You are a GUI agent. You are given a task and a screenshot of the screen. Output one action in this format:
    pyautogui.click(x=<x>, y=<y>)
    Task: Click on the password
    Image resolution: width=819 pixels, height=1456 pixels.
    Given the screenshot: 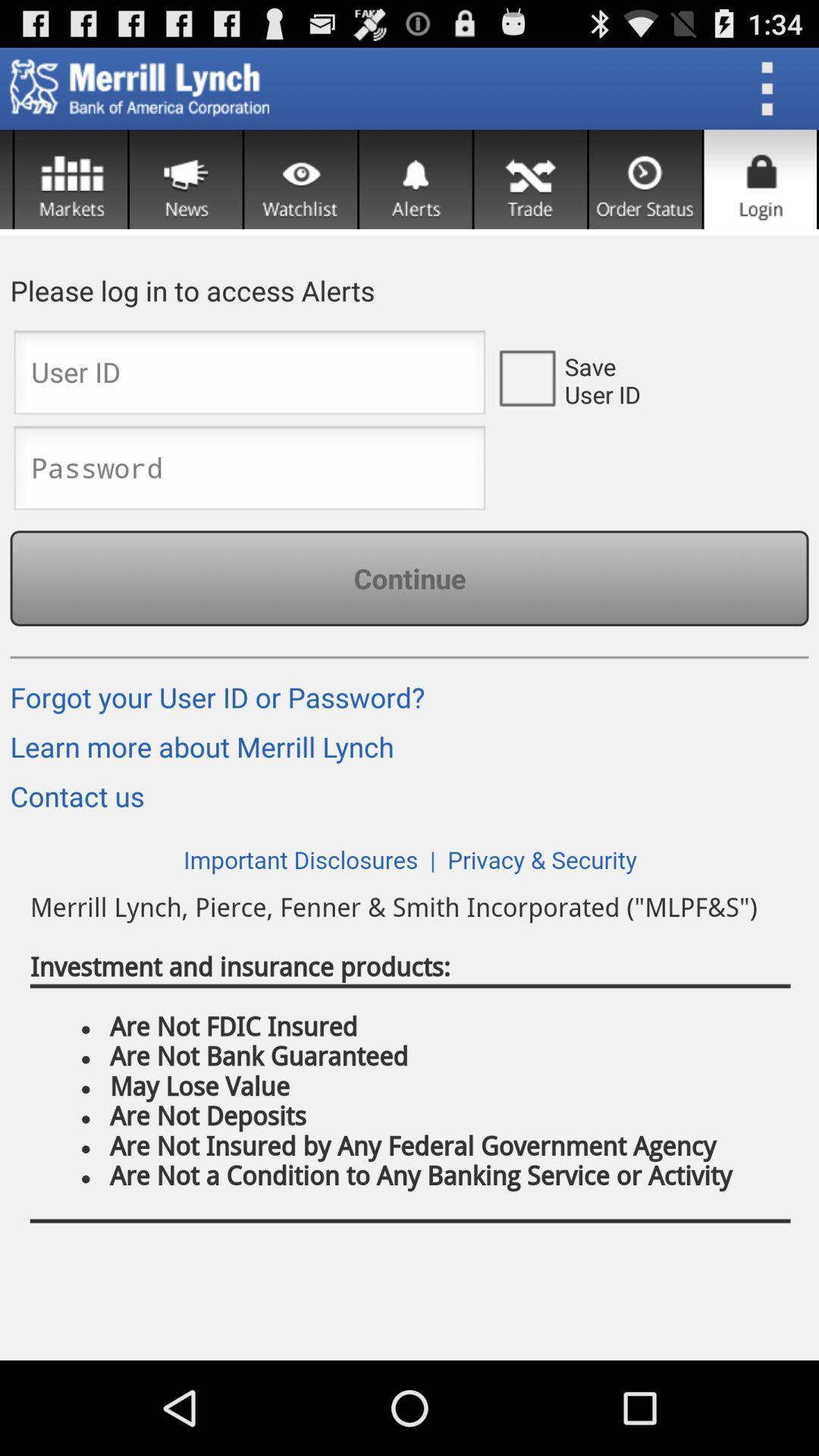 What is the action you would take?
    pyautogui.click(x=249, y=472)
    